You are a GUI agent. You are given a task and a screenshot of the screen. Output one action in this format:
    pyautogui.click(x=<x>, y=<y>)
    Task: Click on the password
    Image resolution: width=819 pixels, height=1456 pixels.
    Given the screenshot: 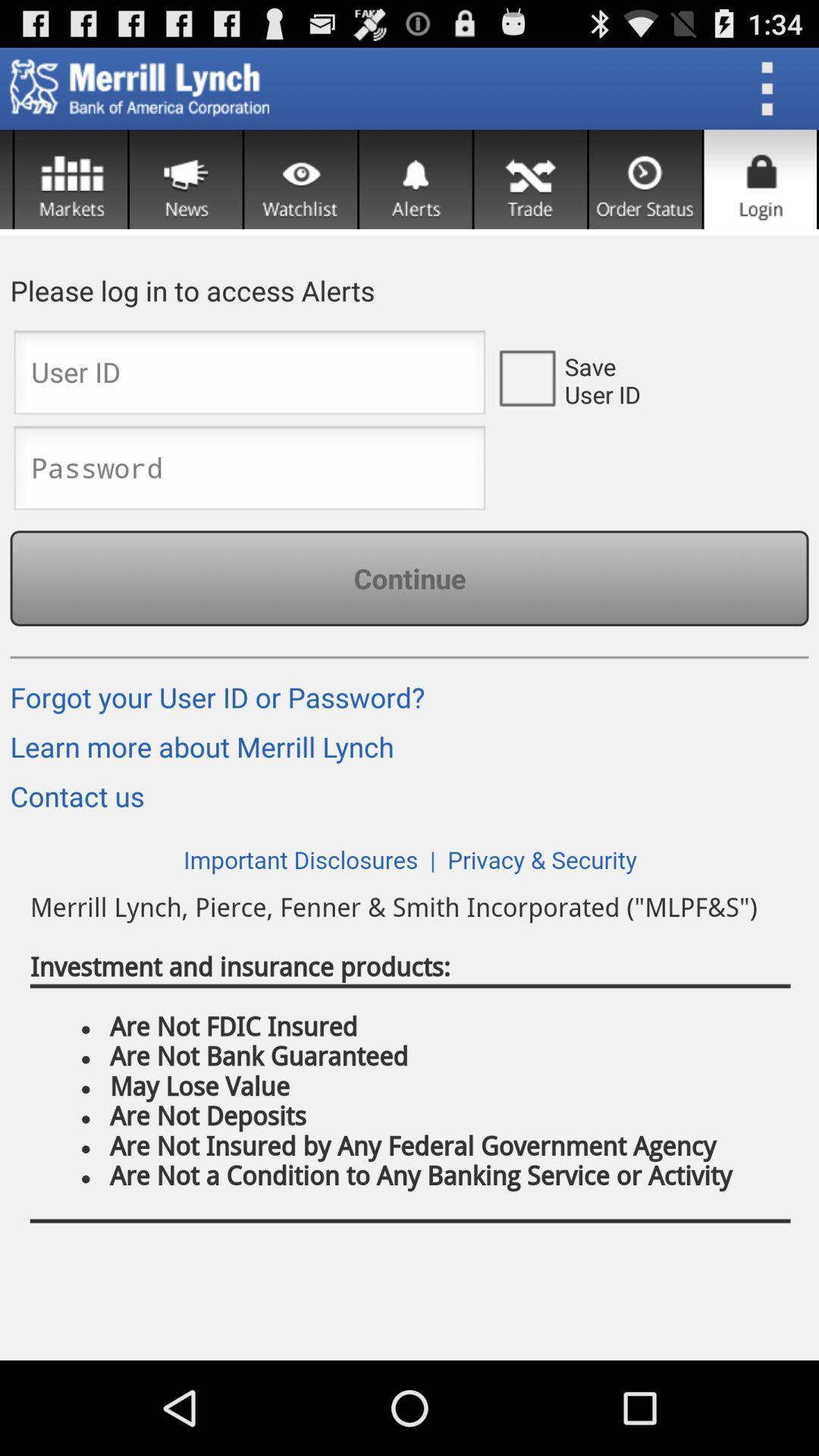 What is the action you would take?
    pyautogui.click(x=249, y=472)
    